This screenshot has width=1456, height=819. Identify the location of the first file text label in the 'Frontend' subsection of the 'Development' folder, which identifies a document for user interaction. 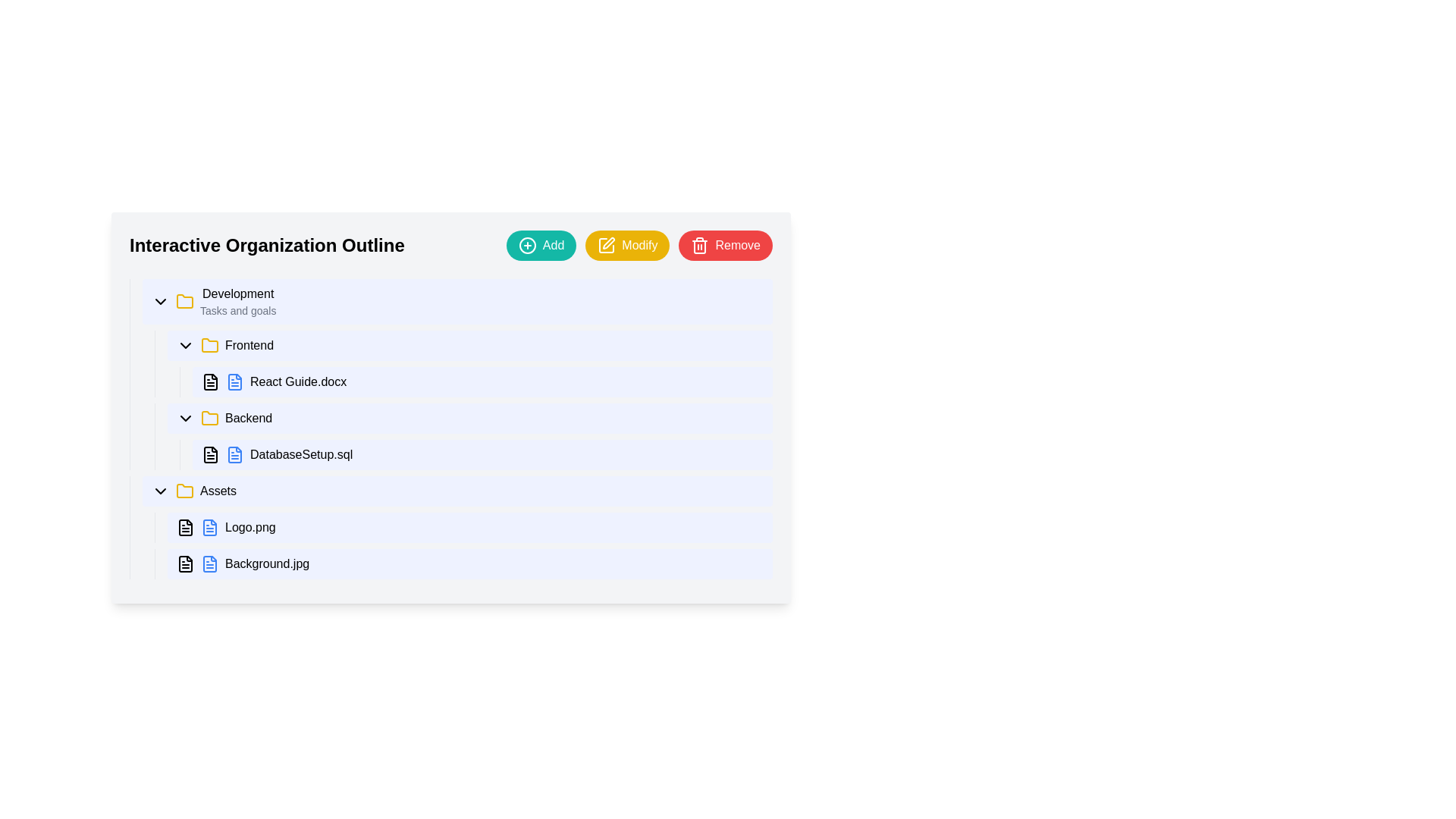
(298, 381).